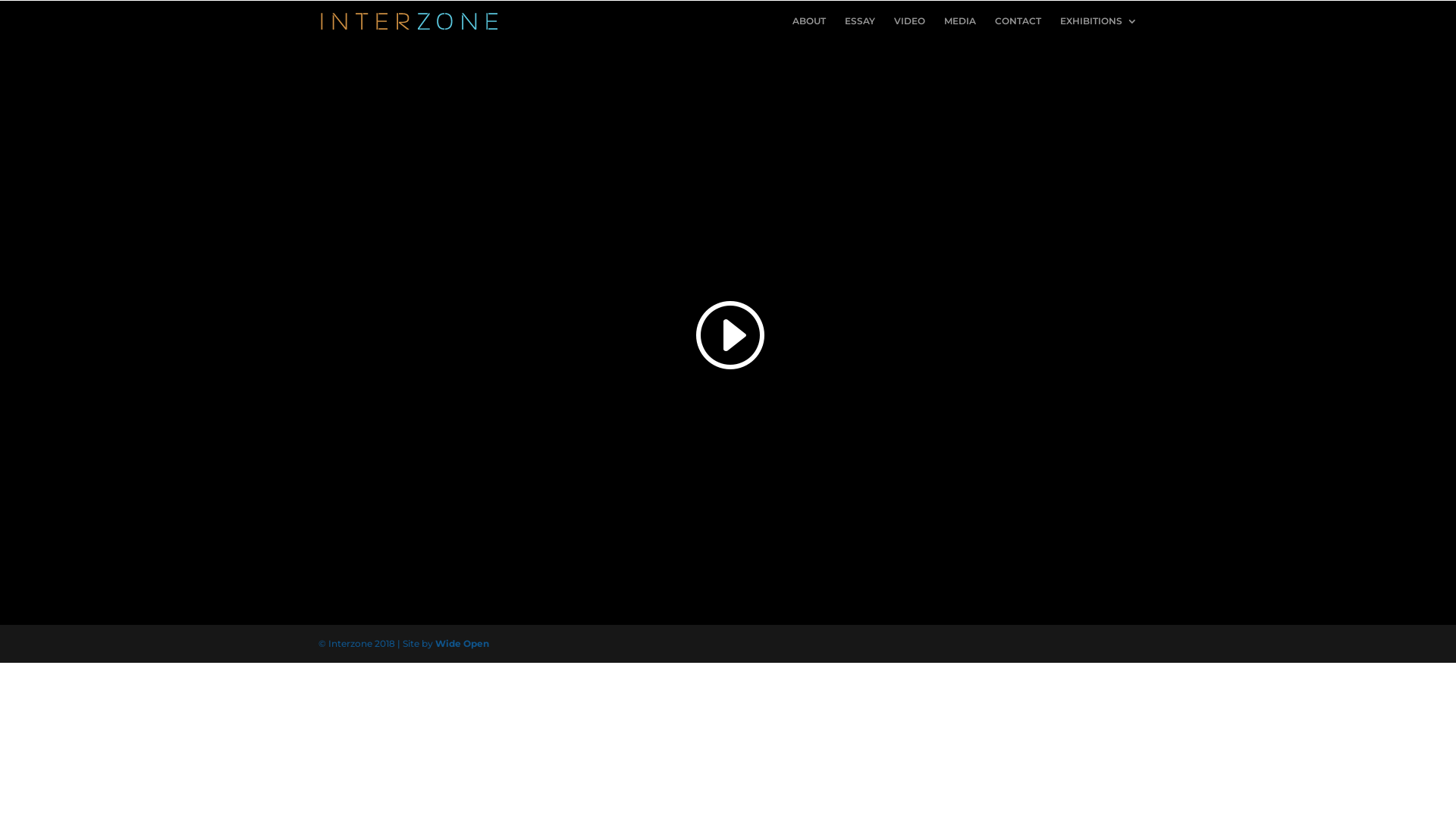 The width and height of the screenshot is (1456, 819). I want to click on 'CONTACT', so click(1018, 29).